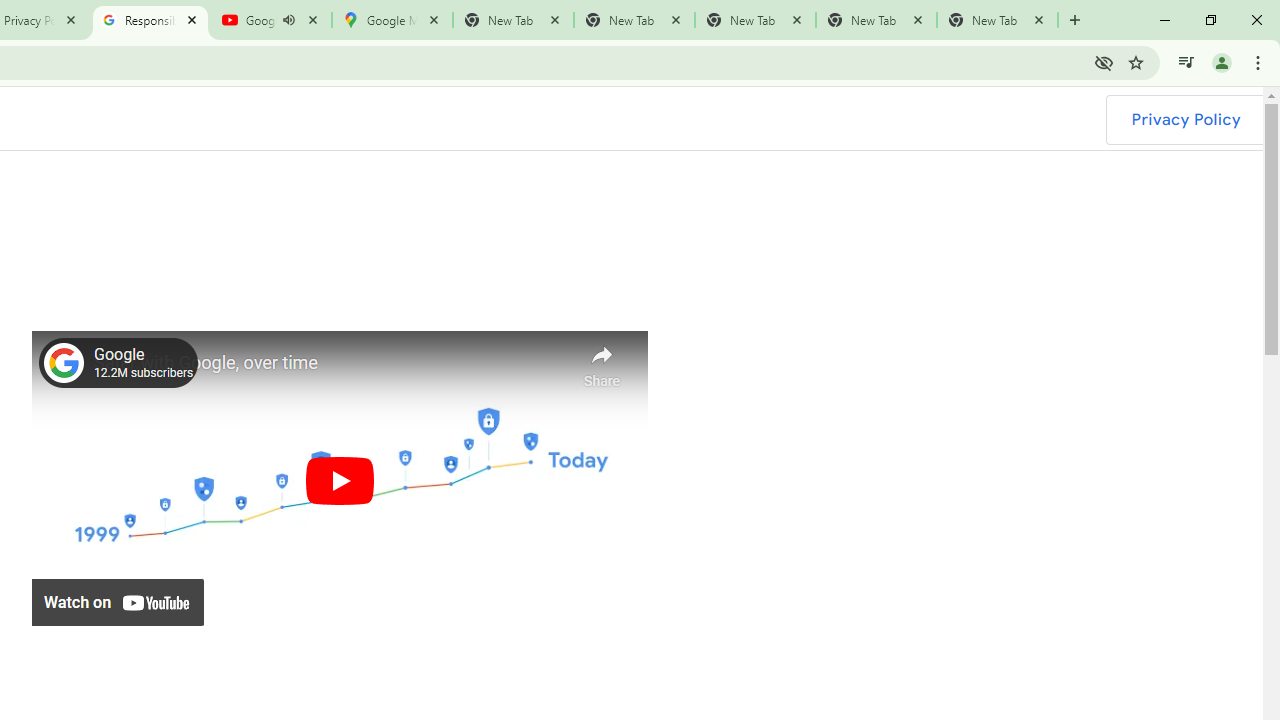 This screenshot has height=720, width=1280. What do you see at coordinates (339, 480) in the screenshot?
I see `'Play'` at bounding box center [339, 480].